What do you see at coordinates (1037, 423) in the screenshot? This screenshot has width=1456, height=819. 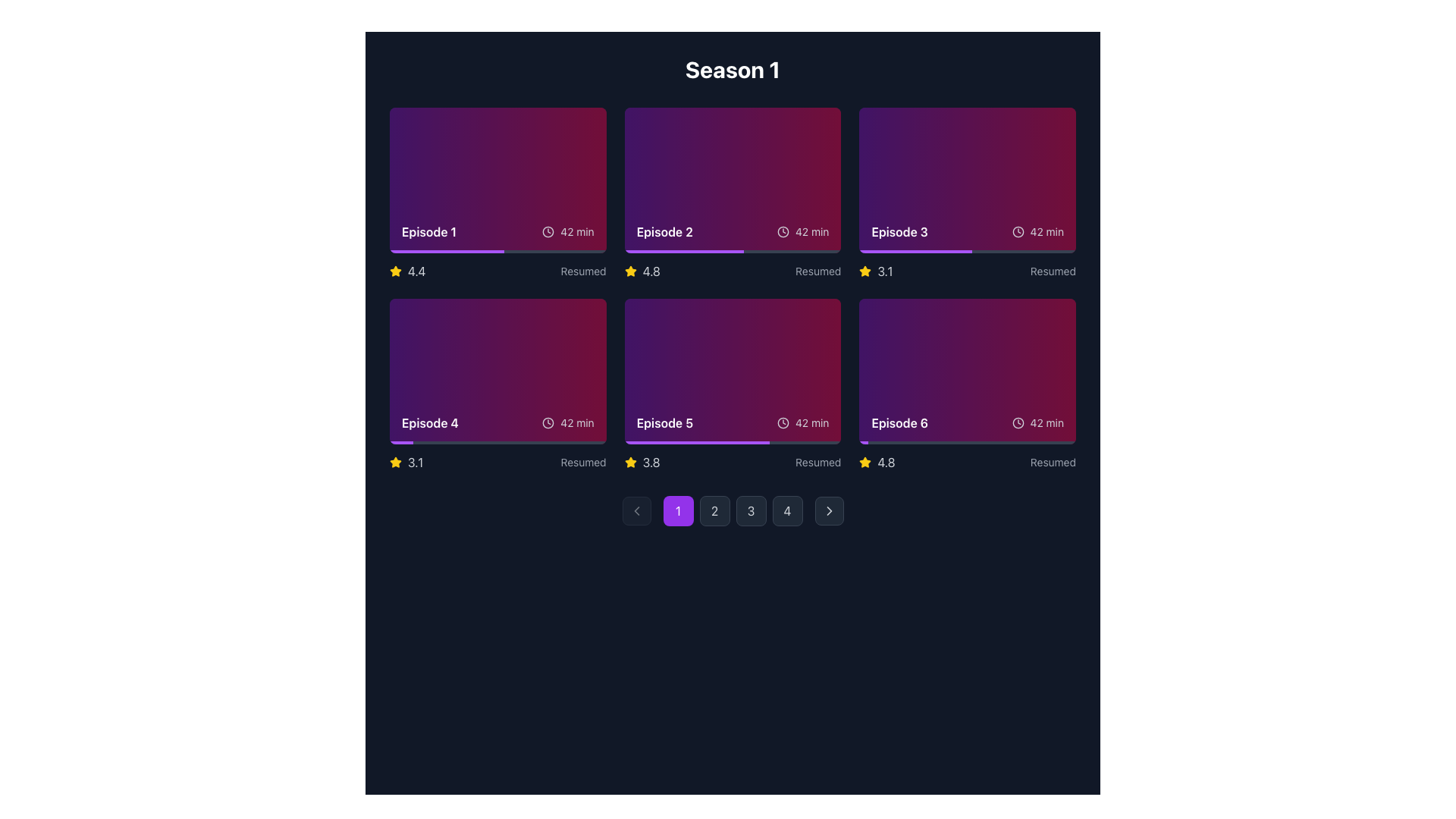 I see `the label with an icon indicating the duration of the episode located in the bottom-right corner of the card labeled 'Episode 6'` at bounding box center [1037, 423].